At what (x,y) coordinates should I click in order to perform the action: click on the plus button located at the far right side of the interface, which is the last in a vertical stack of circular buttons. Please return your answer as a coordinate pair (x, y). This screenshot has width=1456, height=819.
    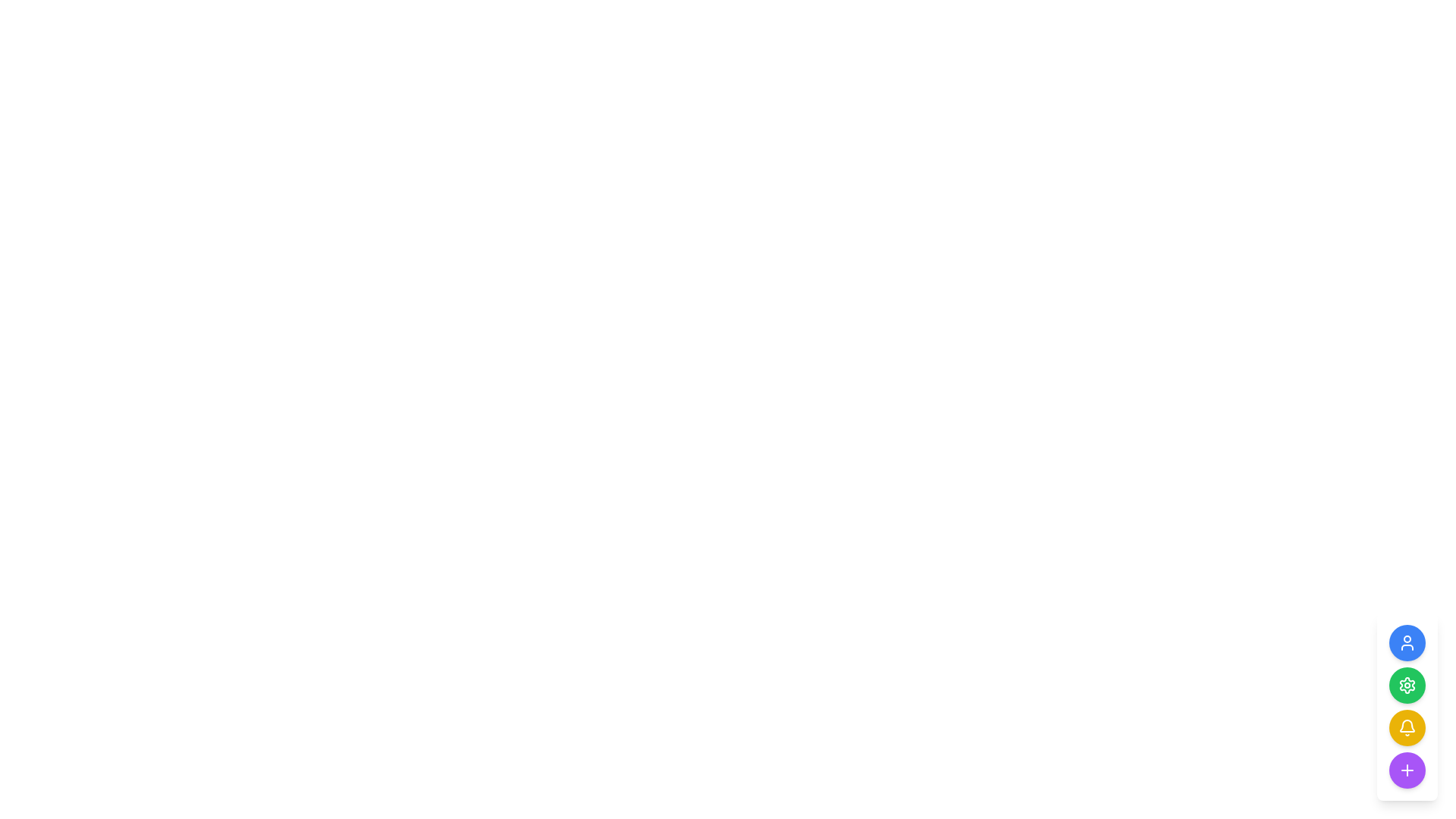
    Looking at the image, I should click on (1407, 770).